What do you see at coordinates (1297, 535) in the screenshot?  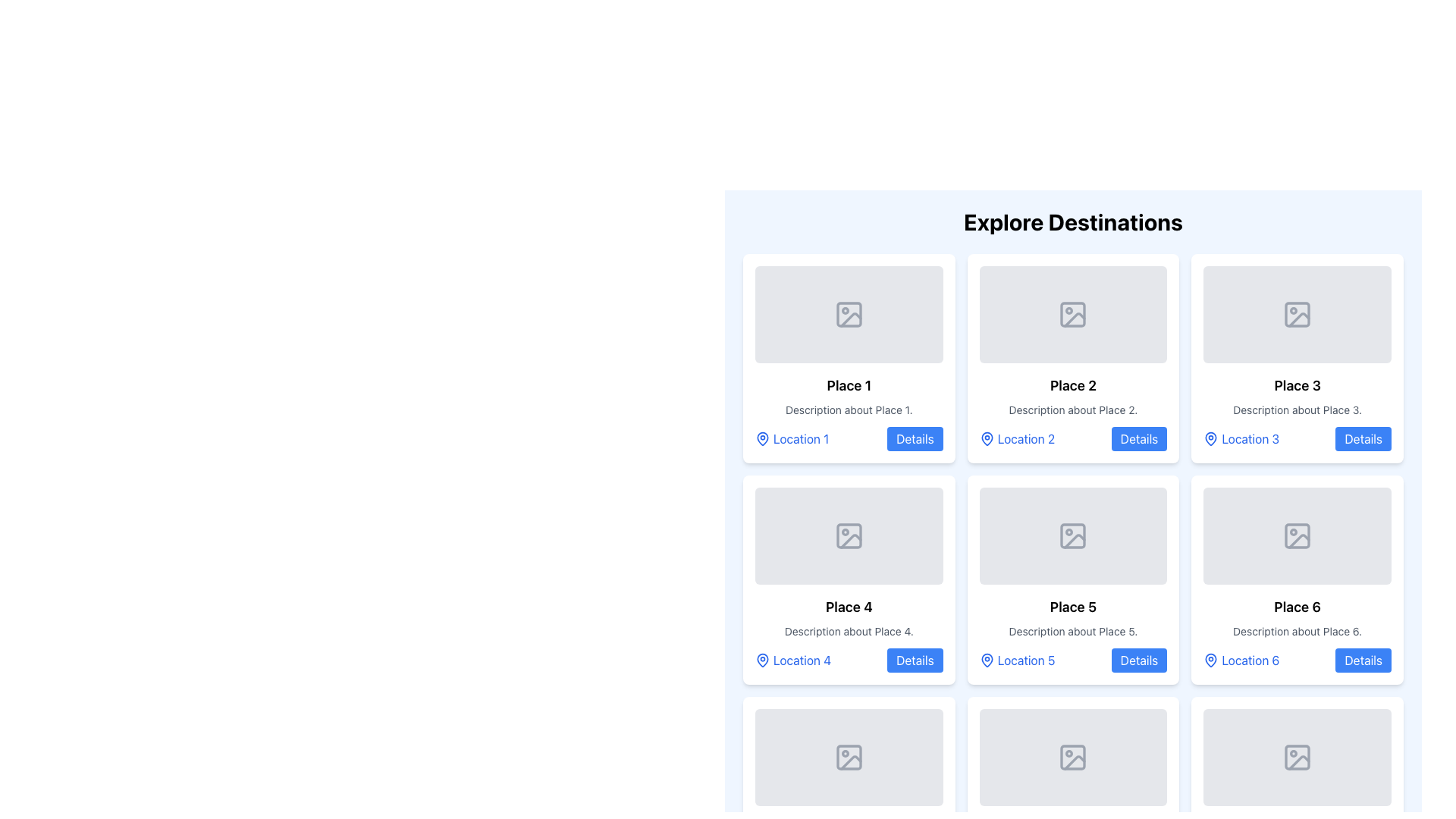 I see `the image placeholder for 'Place 6', which is positioned at the top of its card and serves as the primary visual element` at bounding box center [1297, 535].